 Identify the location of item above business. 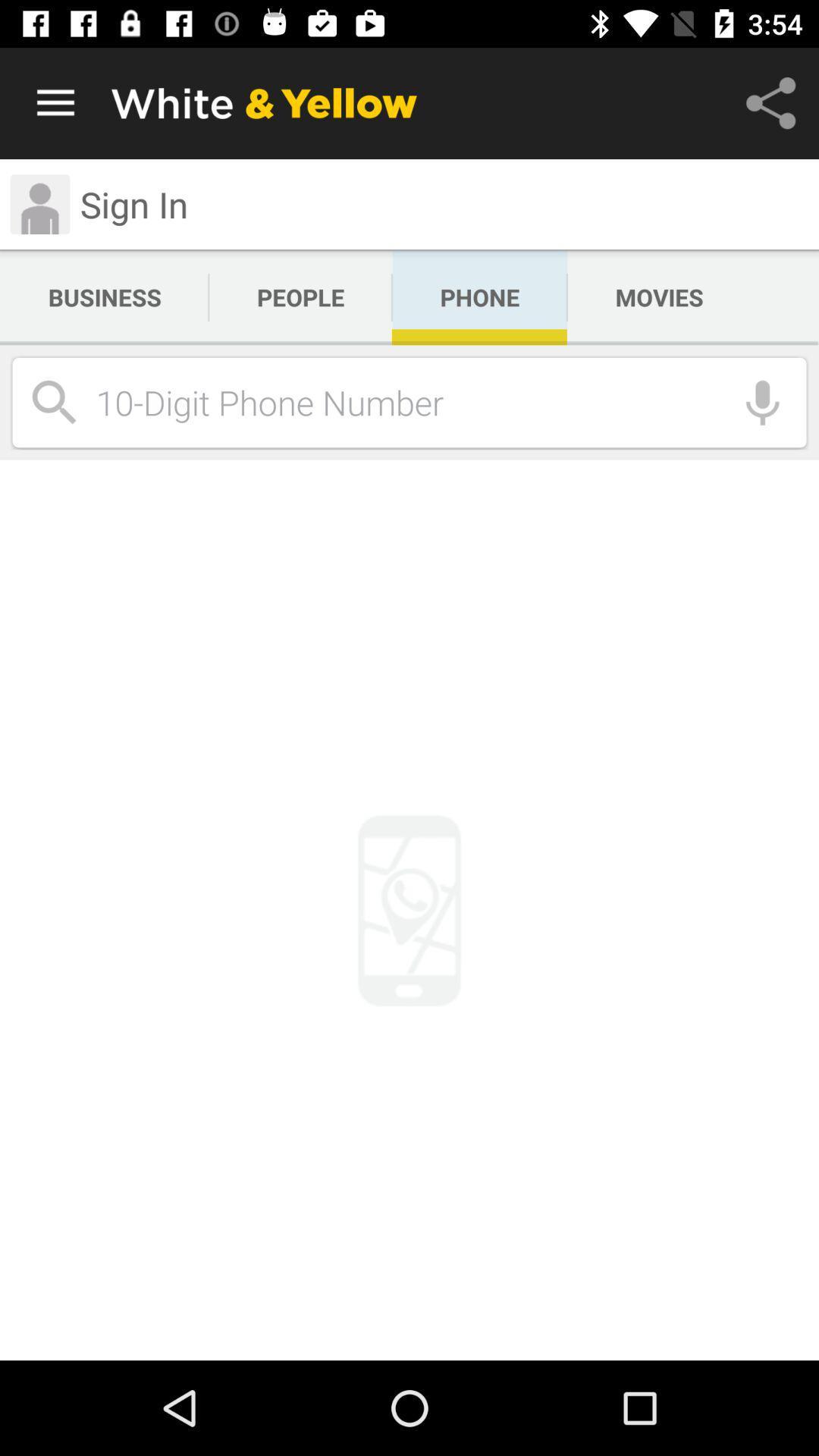
(39, 203).